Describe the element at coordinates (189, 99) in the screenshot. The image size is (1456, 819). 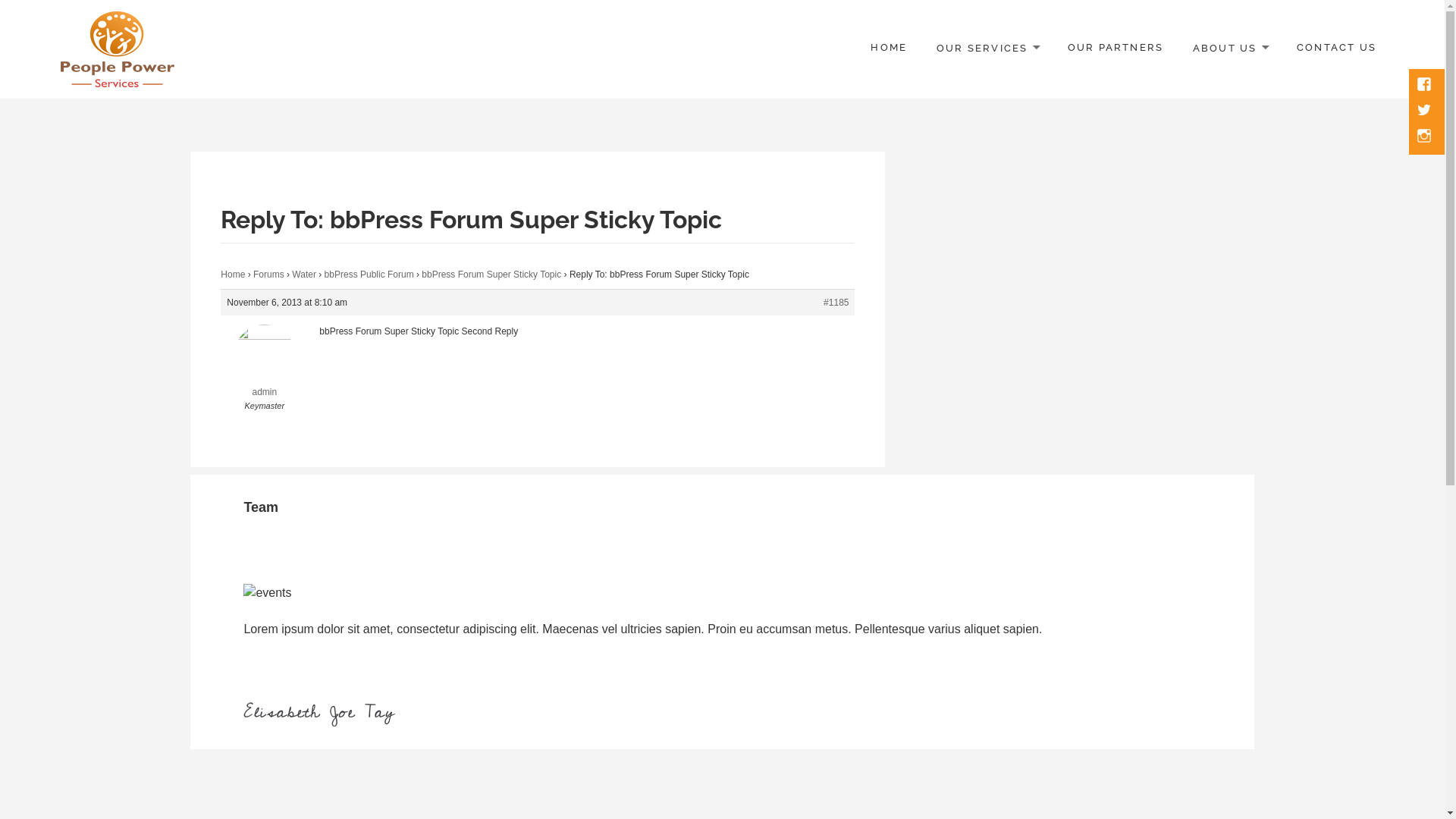
I see `'People Power Services Ltd'` at that location.